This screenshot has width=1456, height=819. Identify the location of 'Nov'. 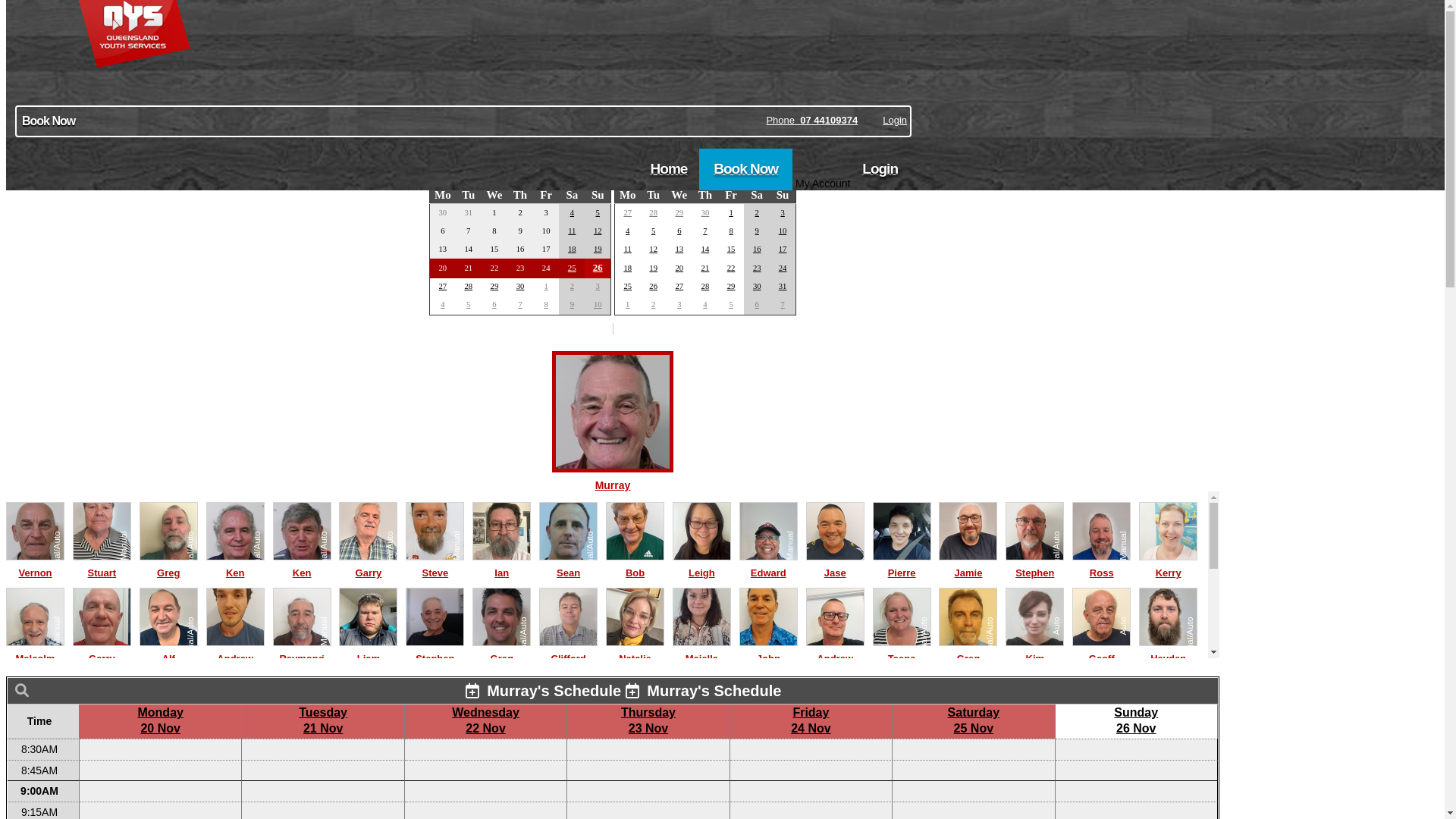
(622, 174).